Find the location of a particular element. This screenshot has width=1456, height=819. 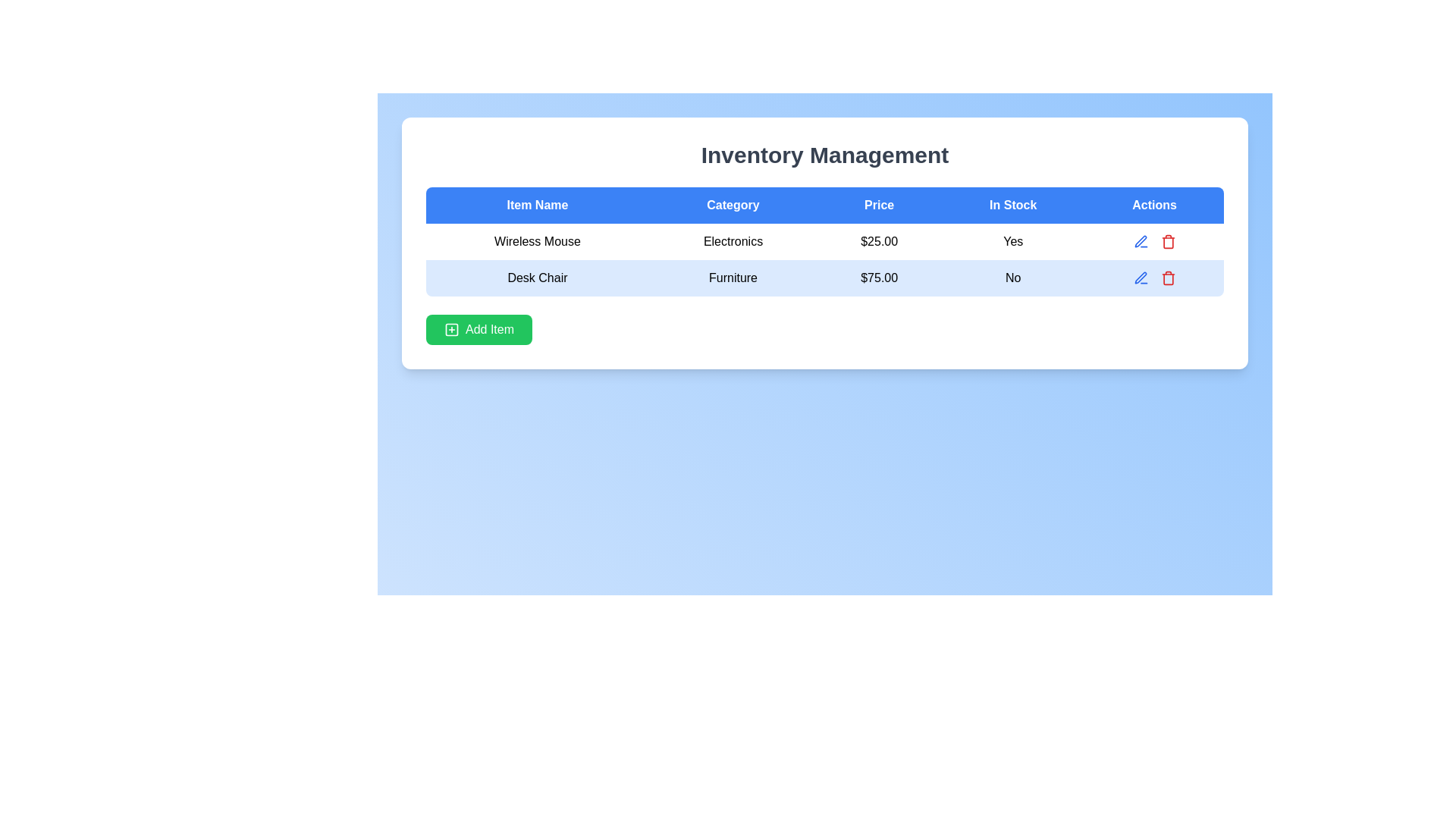

the text display showing the price '$25.00' in the 'Price' column of the inventory table, which is styled in bold and centrally aligned is located at coordinates (879, 241).